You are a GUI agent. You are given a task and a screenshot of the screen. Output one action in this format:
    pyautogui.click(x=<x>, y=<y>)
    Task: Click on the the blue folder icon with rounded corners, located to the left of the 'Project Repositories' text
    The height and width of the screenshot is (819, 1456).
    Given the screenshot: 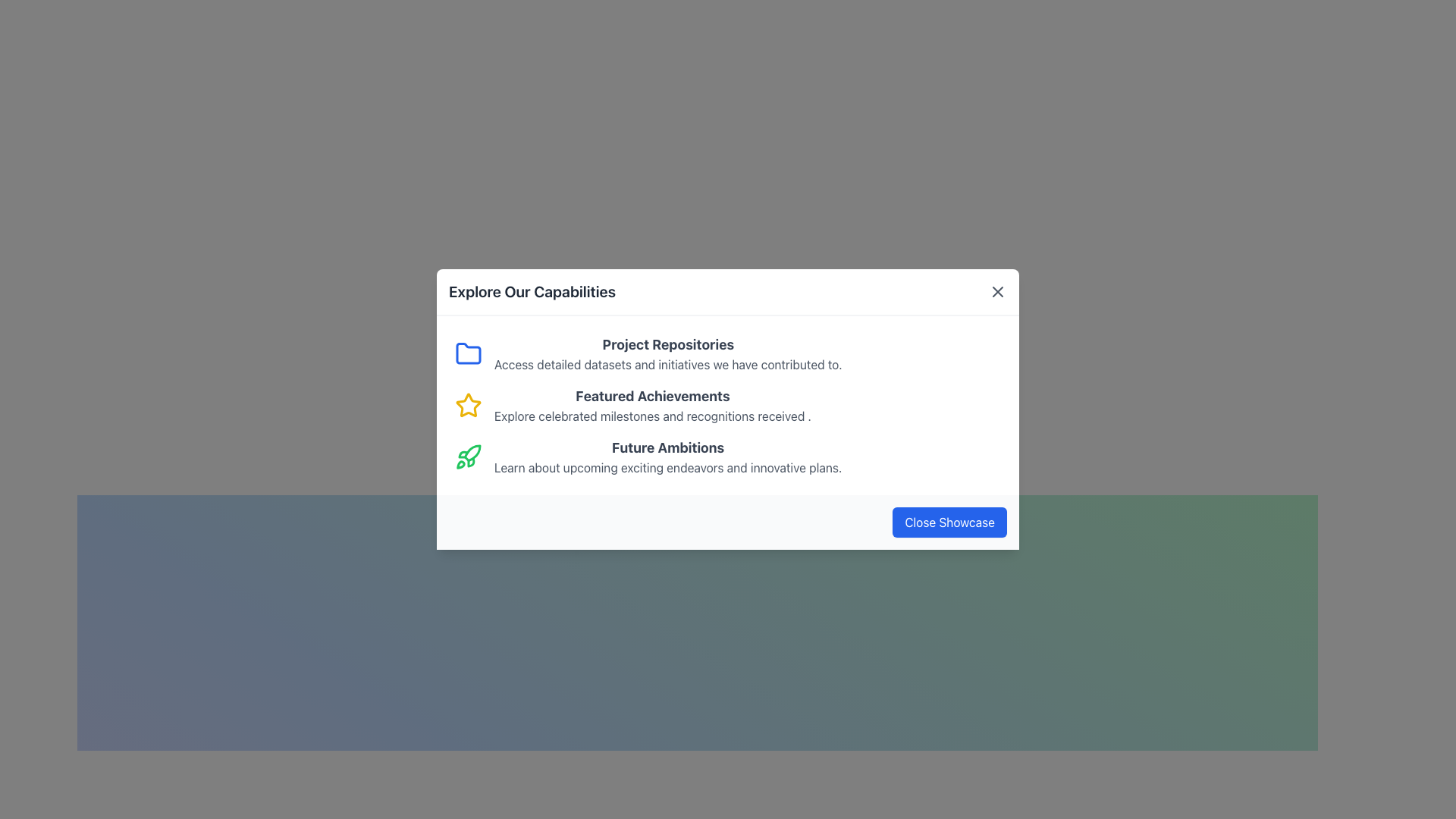 What is the action you would take?
    pyautogui.click(x=468, y=353)
    